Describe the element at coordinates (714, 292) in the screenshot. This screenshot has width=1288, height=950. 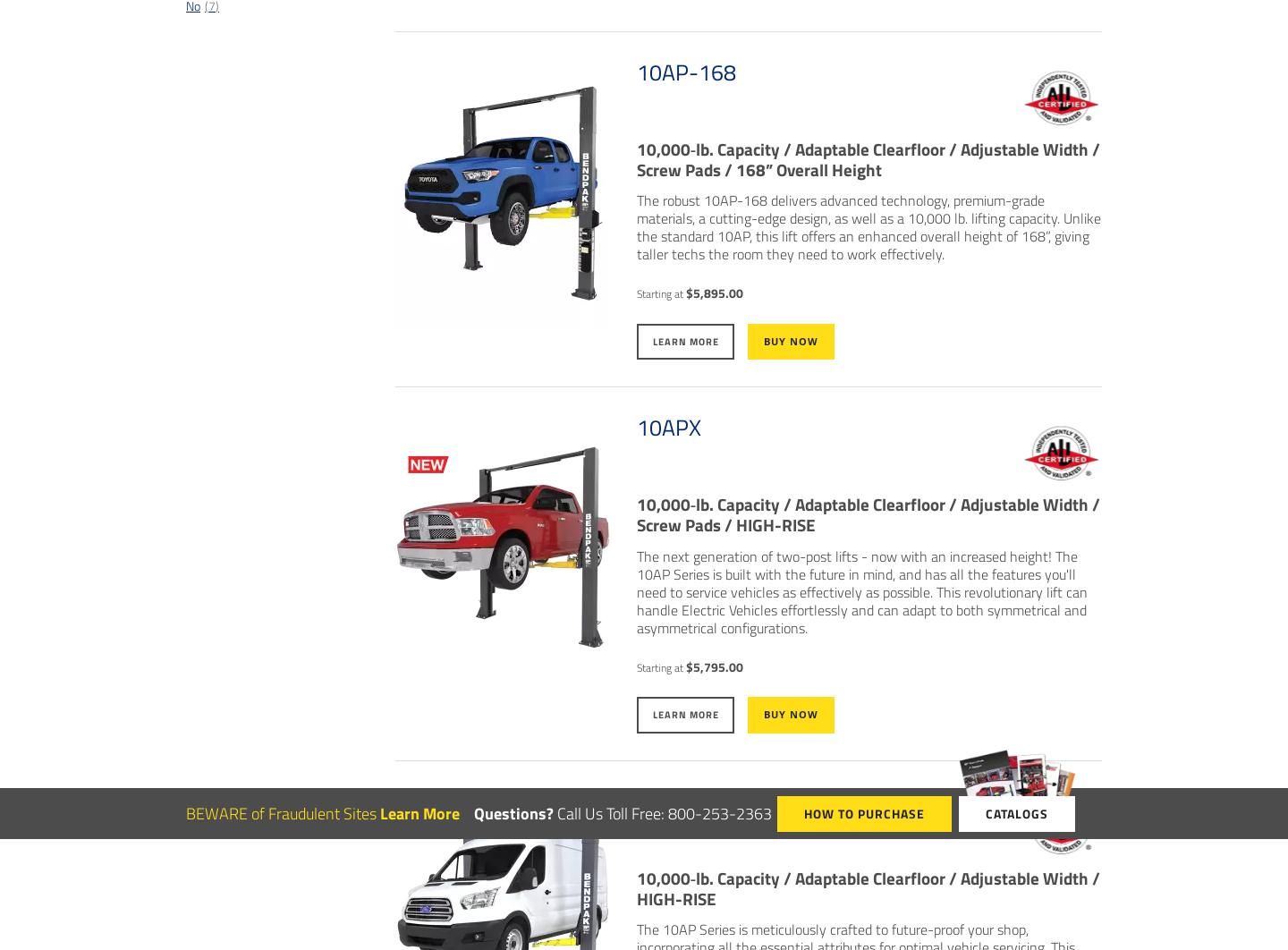
I see `'$5,895.00'` at that location.